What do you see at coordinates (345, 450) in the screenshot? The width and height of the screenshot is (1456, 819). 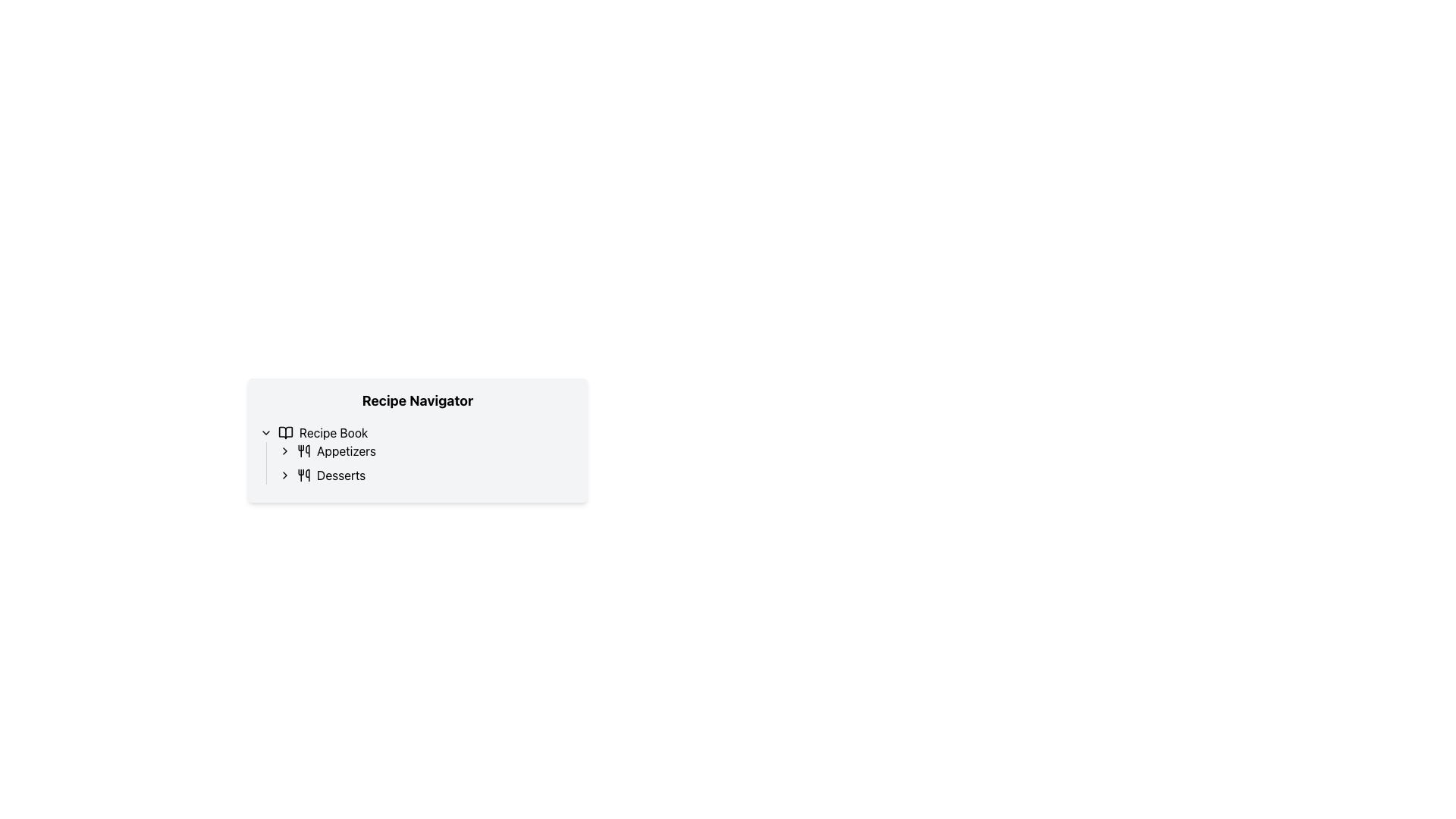 I see `the static text label 'Appetizers'` at bounding box center [345, 450].